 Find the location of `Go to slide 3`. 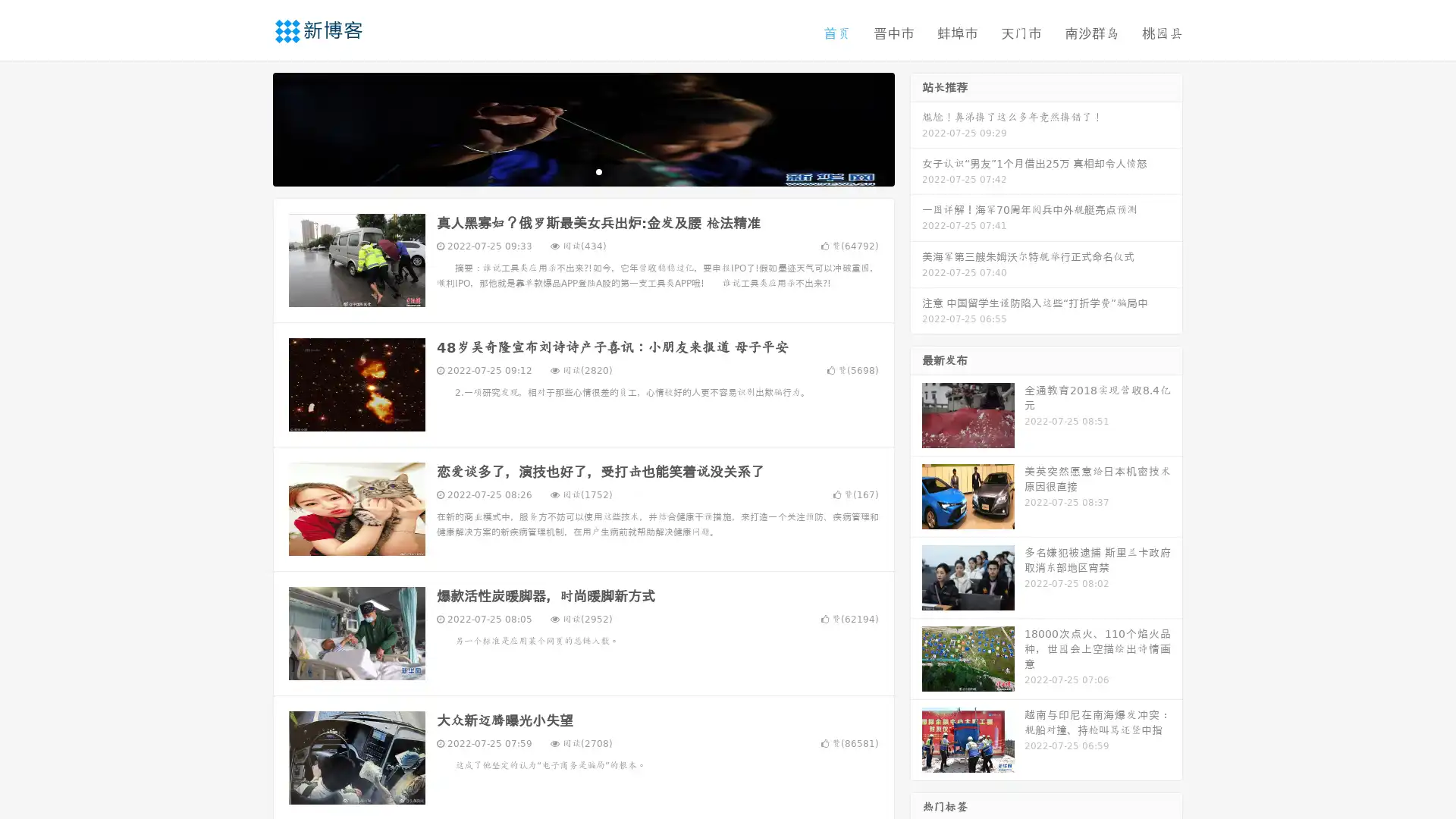

Go to slide 3 is located at coordinates (598, 171).